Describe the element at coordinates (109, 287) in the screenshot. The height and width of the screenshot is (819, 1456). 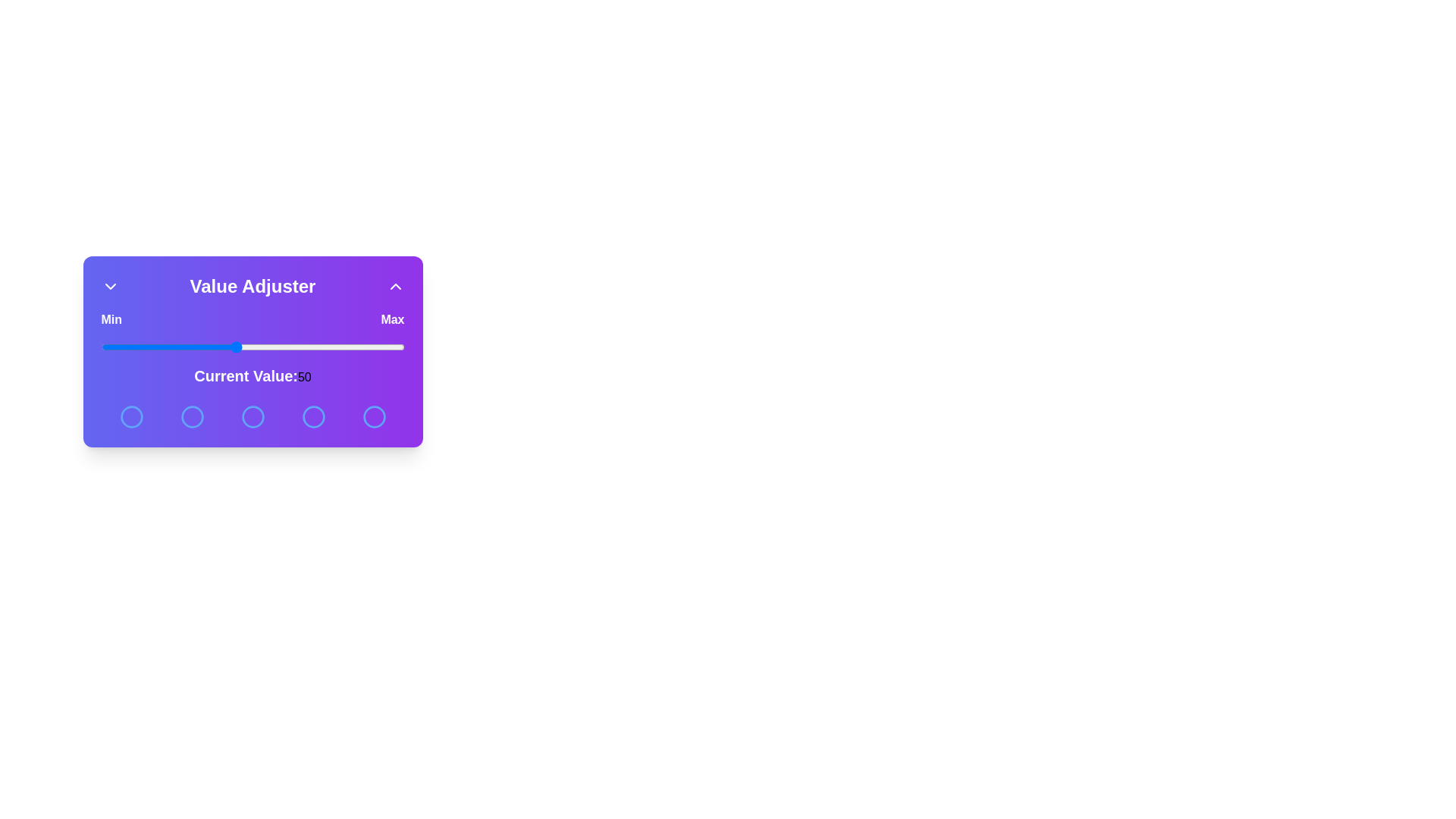
I see `the ChevronDown button to toggle the visibility of the panel` at that location.